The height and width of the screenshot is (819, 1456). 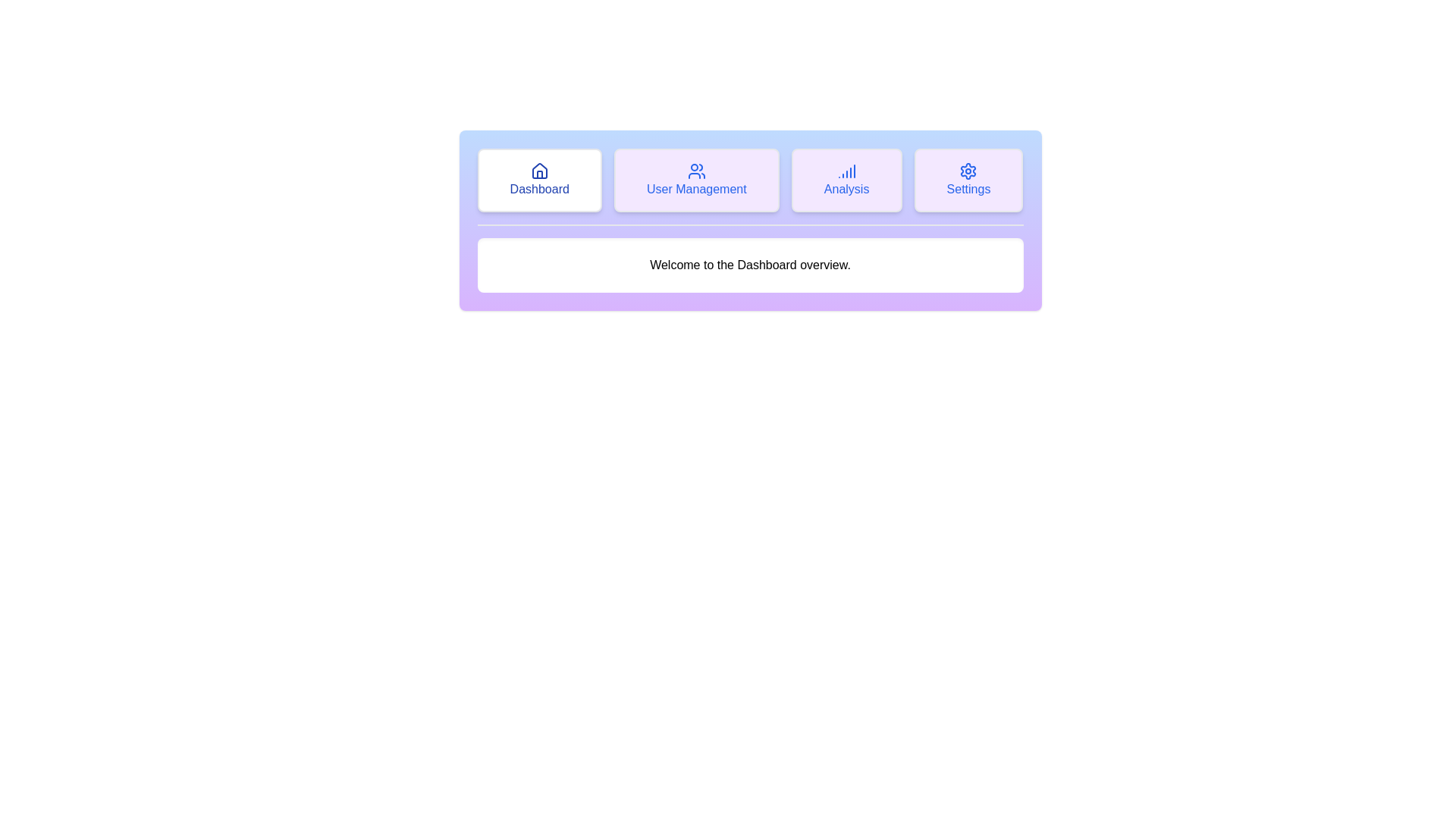 What do you see at coordinates (539, 180) in the screenshot?
I see `the Navigation button located at the top-left section of the interface` at bounding box center [539, 180].